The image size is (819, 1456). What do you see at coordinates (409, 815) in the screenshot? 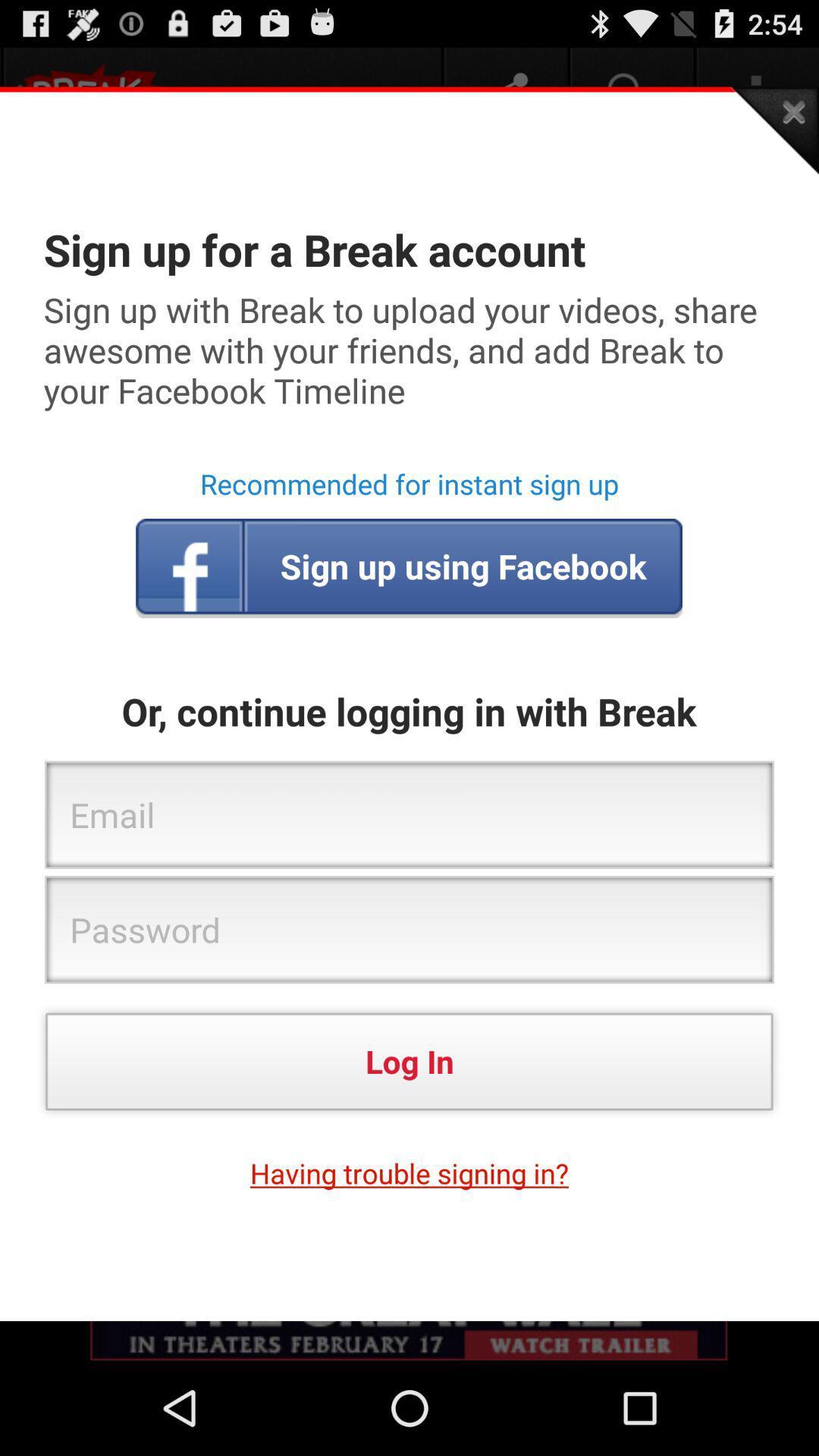
I see `the email box` at bounding box center [409, 815].